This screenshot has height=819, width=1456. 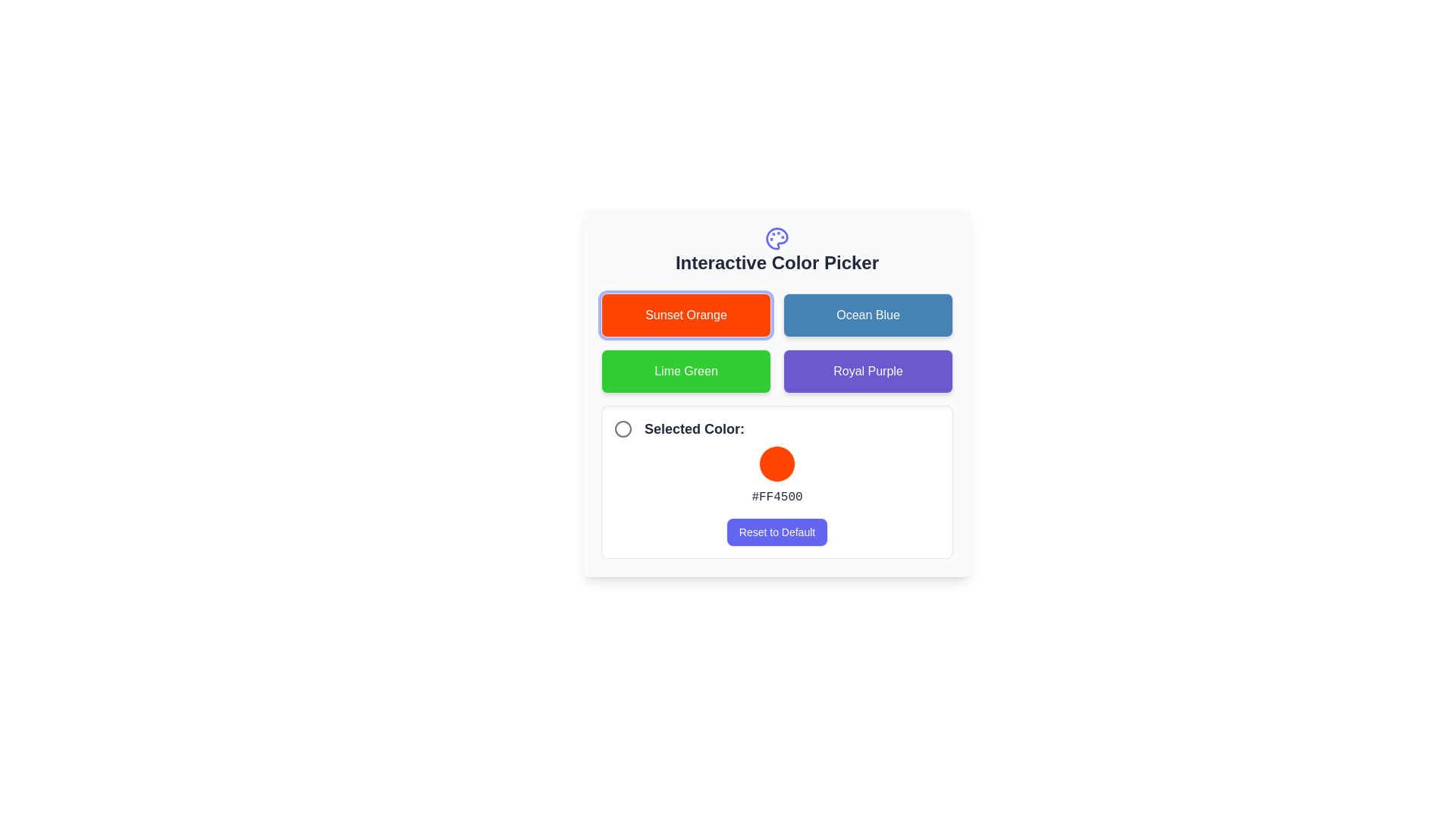 What do you see at coordinates (686, 371) in the screenshot?
I see `the lime green color selector button located below the 'Sunset Orange' button and to the left of the 'Royal Purple' button to set it as the active color choice` at bounding box center [686, 371].